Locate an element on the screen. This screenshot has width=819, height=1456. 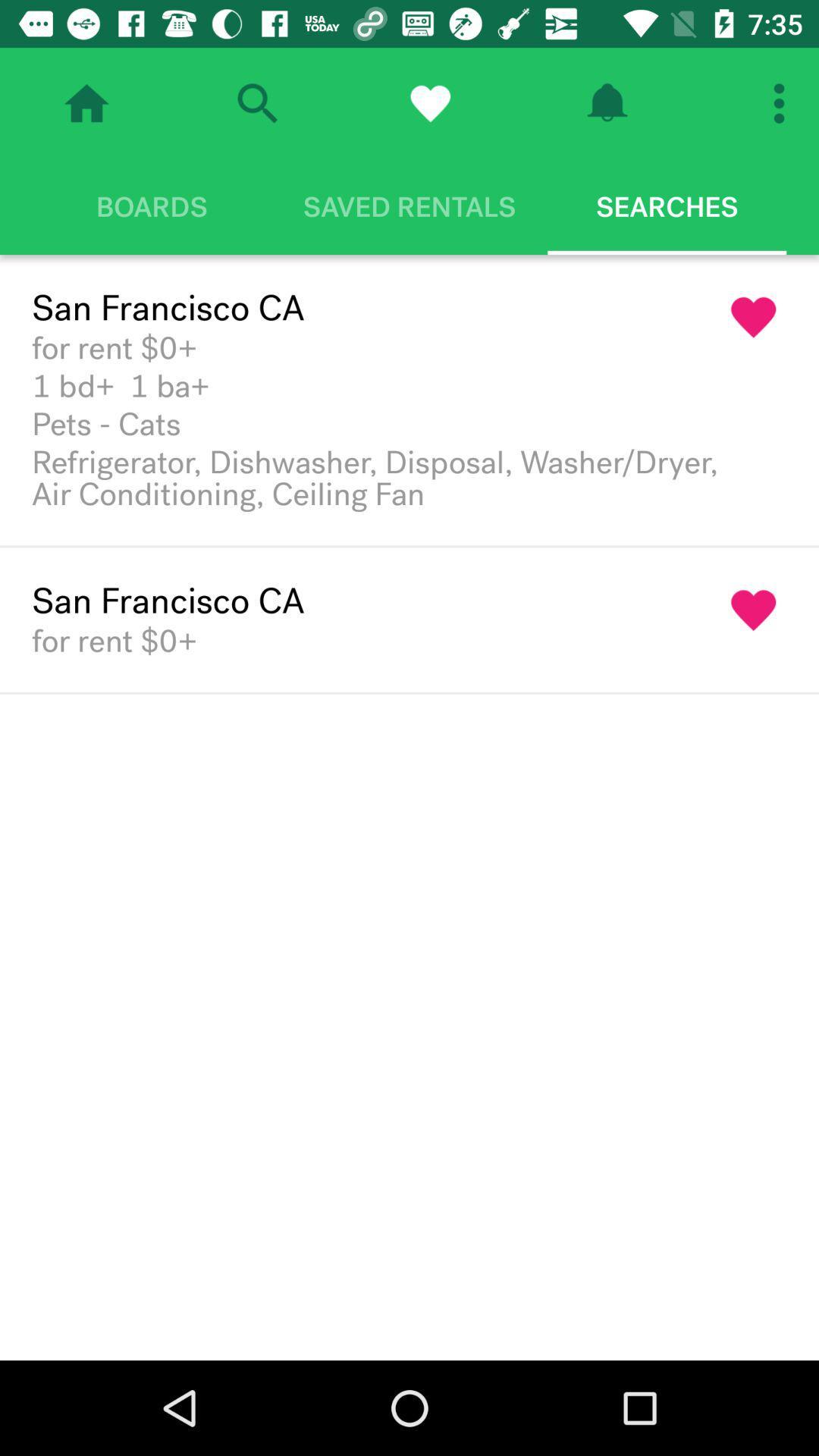
the home page is located at coordinates (86, 102).